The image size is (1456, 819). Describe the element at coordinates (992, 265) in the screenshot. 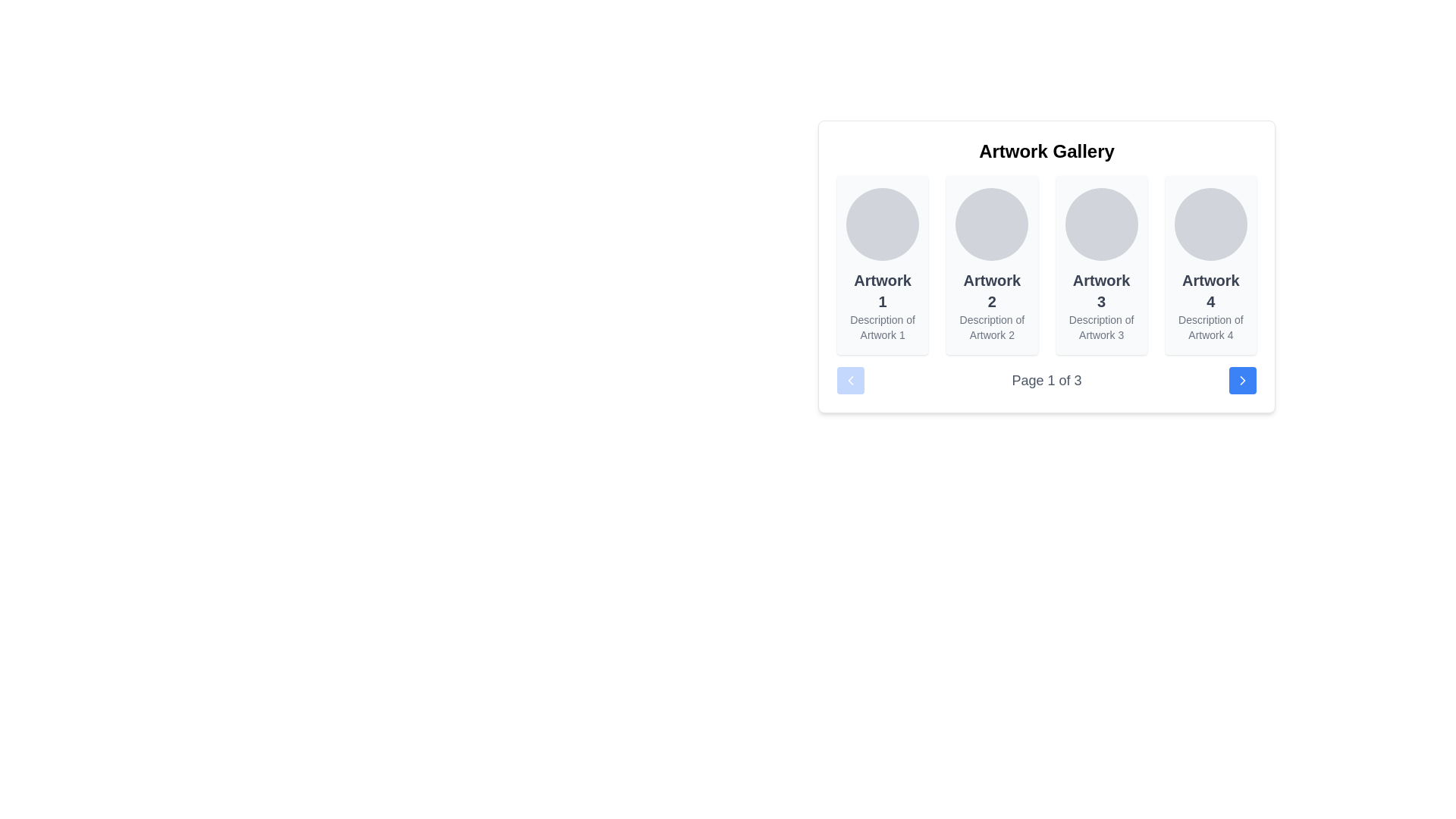

I see `the second card in the gallery grid titled 'Artwork 2'` at that location.